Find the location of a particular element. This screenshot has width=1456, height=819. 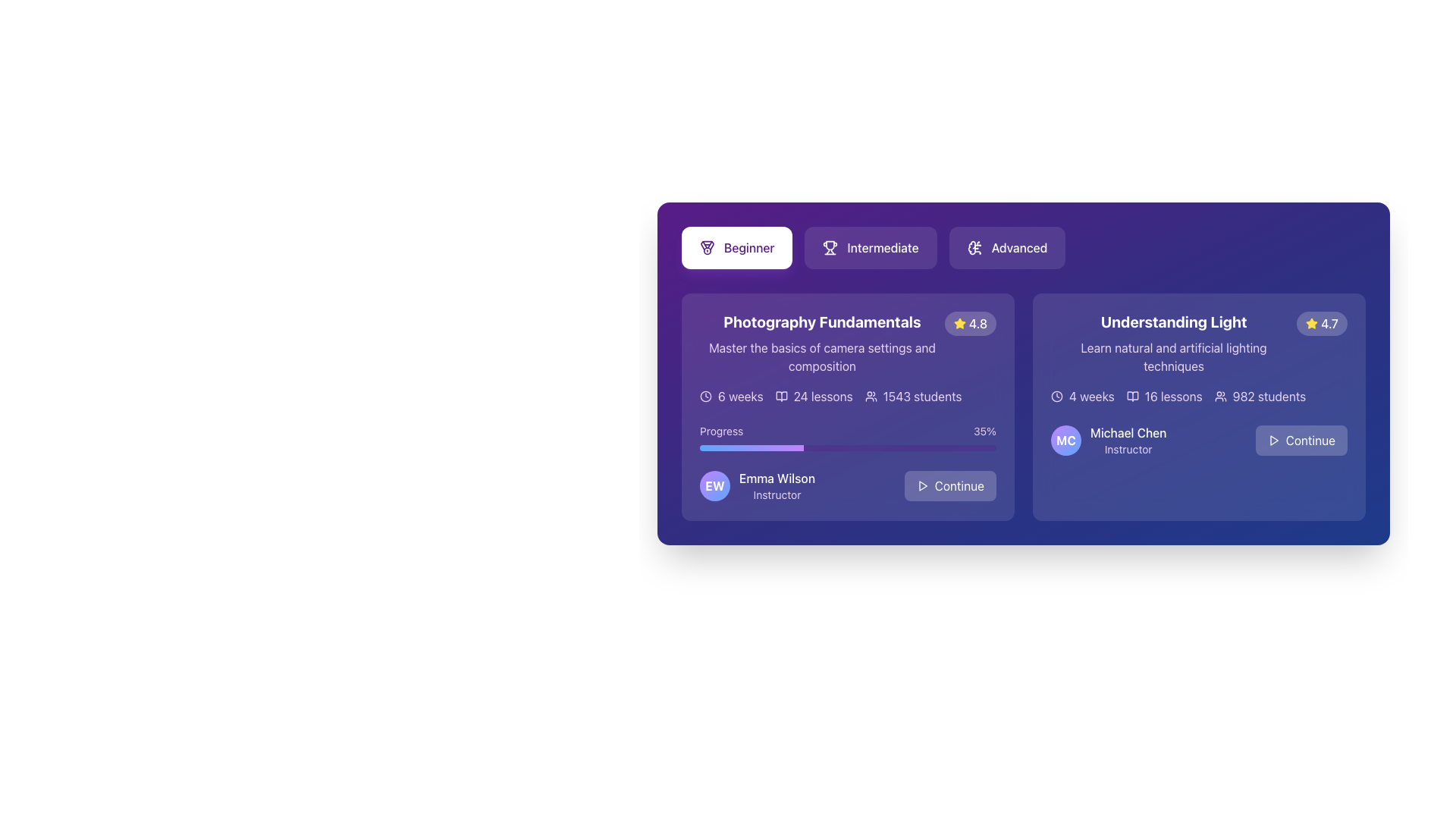

the book icon, which is a light purple minimalist icon preceding the text '24 lessons' in the 'Photography Fundamentals' course details section is located at coordinates (781, 396).